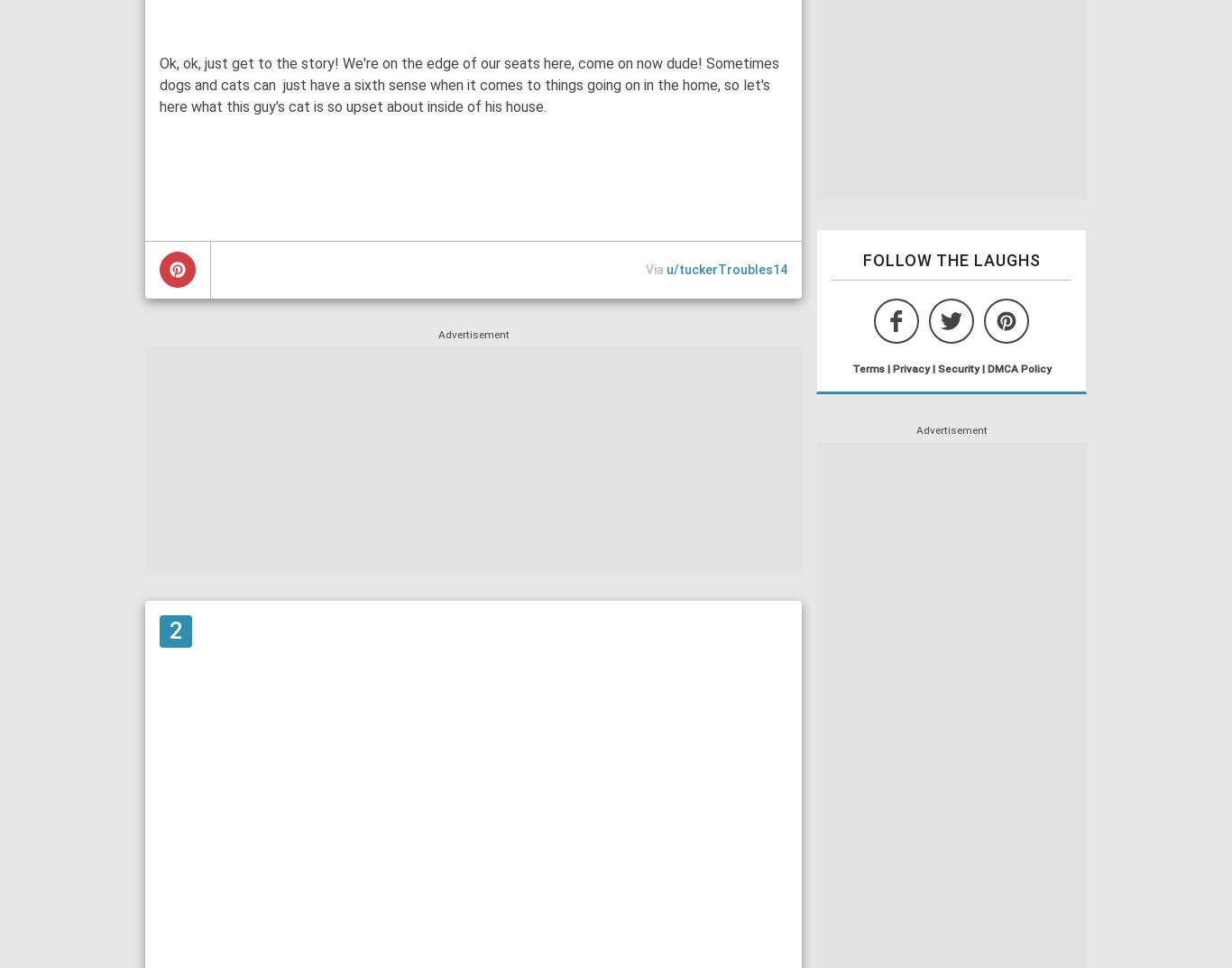 The height and width of the screenshot is (968, 1232). I want to click on 'Terms', so click(867, 366).